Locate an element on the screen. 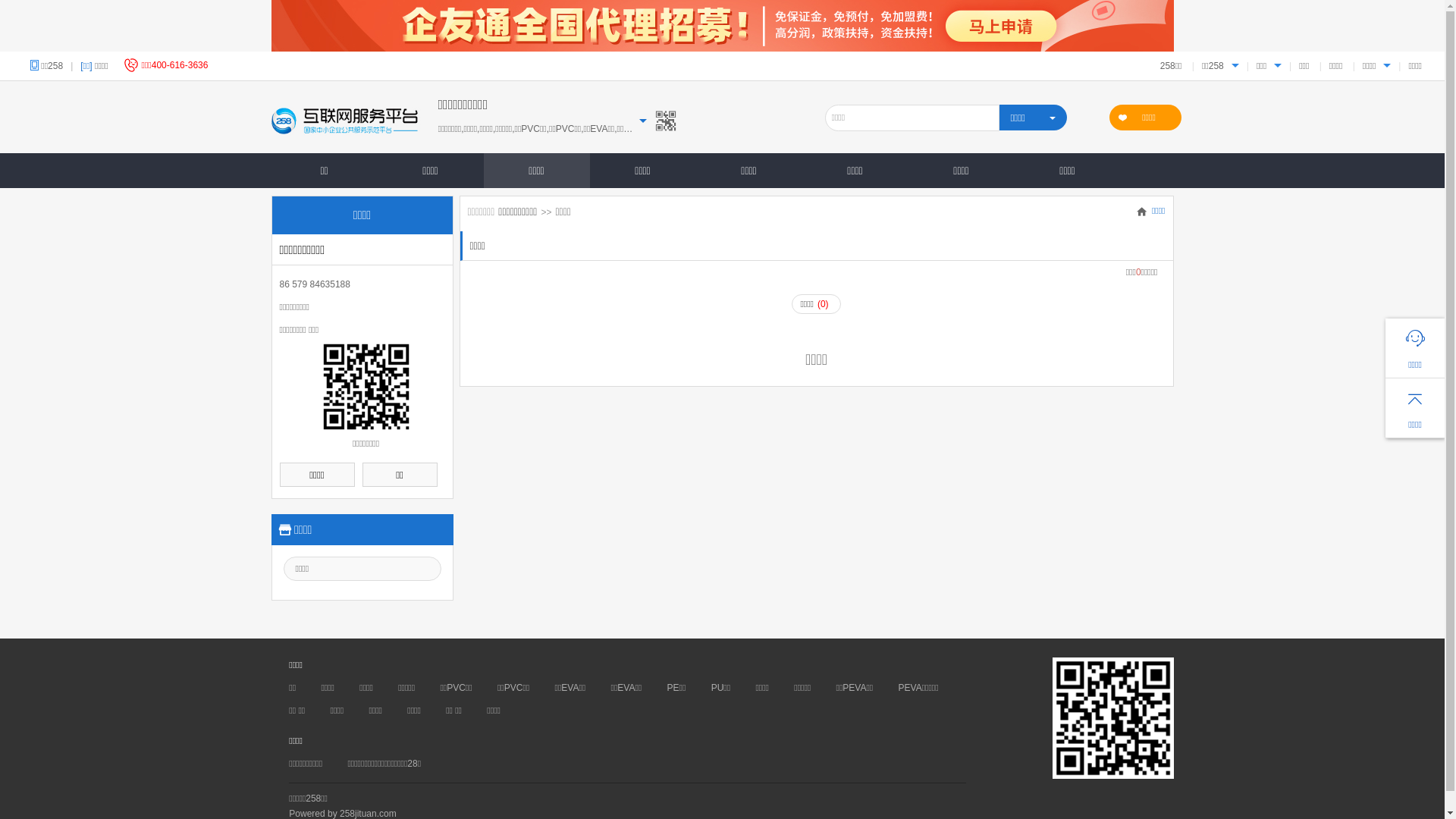  'http://m.258jituan.com/shop-zjcxgmyxgs627' is located at coordinates (365, 385).